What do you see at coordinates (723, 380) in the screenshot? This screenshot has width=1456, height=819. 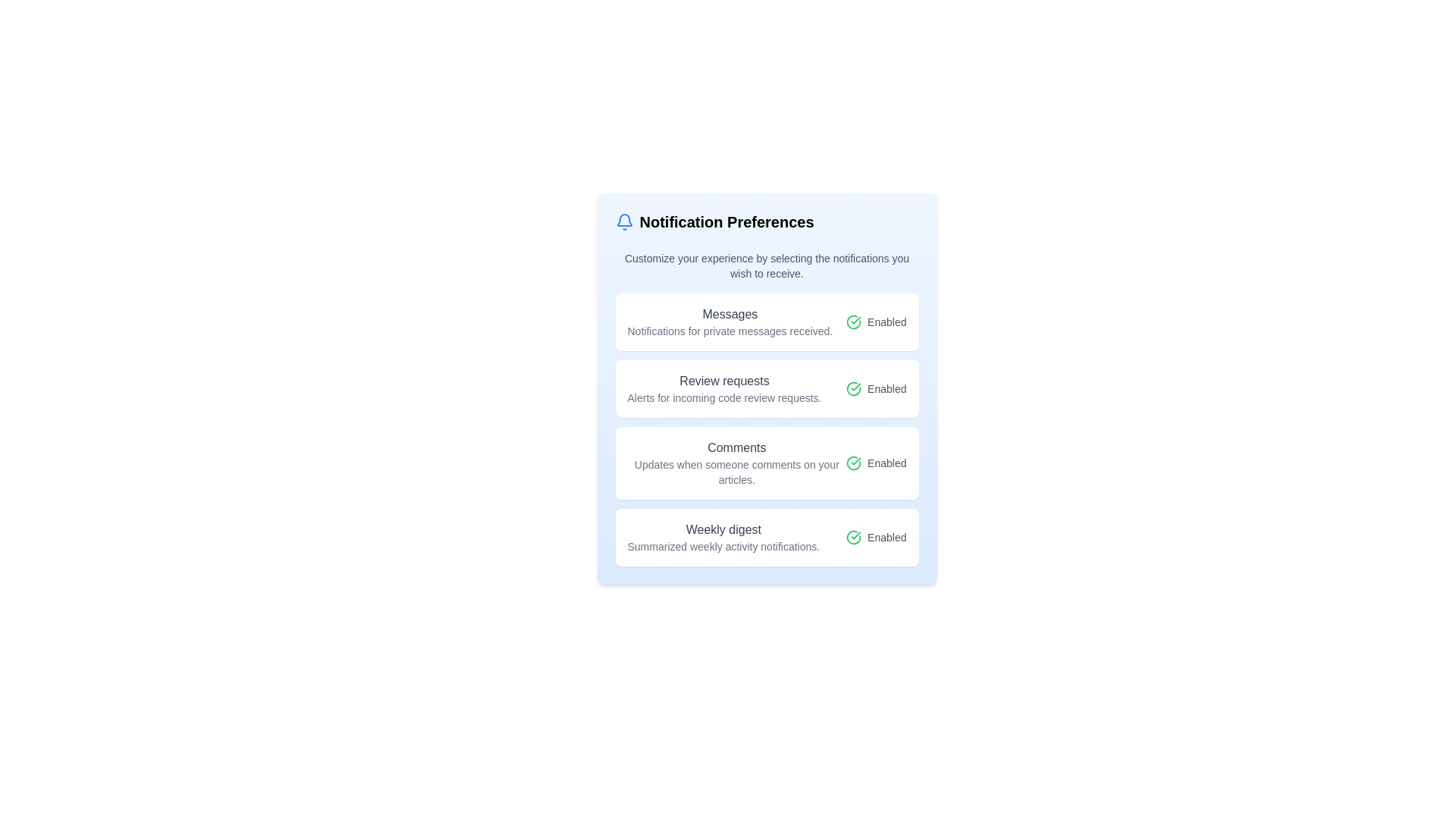 I see `the text label that reads 'Review requests', which is styled in gray (#707070) and is located in the notification settings interface, specifically in the second notification module below 'Messages'` at bounding box center [723, 380].